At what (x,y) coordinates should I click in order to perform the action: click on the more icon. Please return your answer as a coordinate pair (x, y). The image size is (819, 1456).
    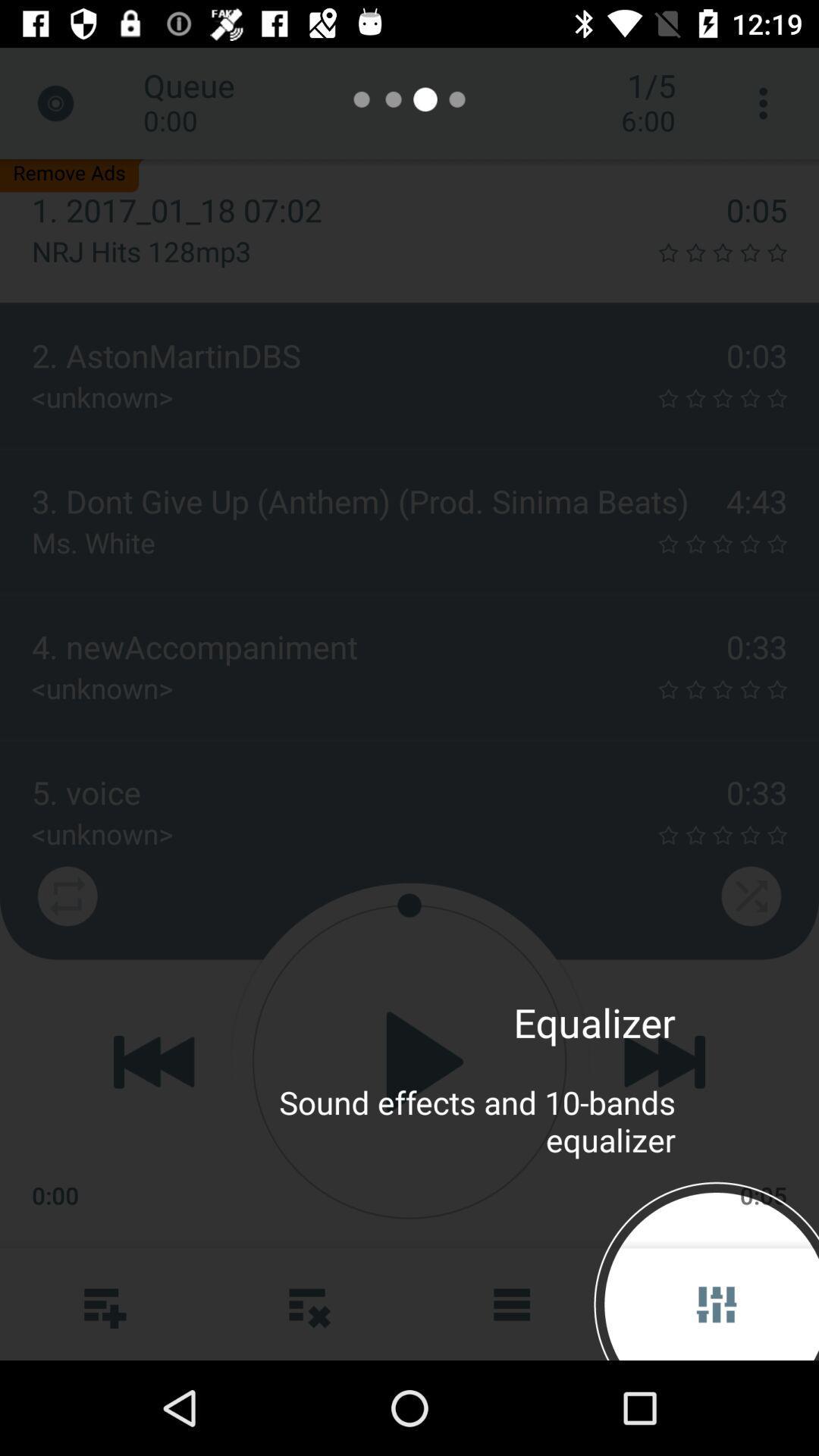
    Looking at the image, I should click on (763, 102).